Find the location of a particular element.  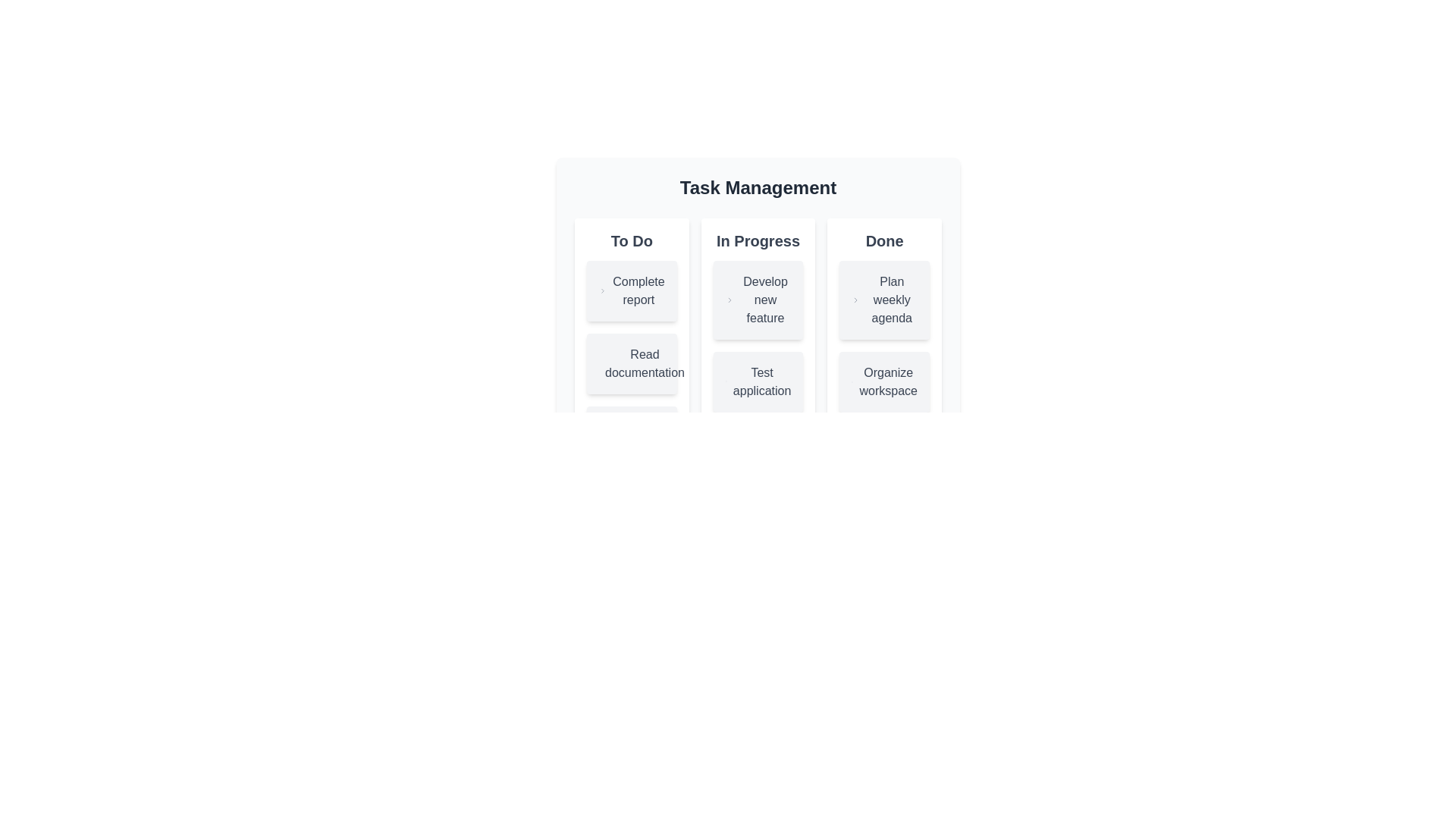

the text label displaying 'Read documentation' in the second task card of the 'To Do' section is located at coordinates (645, 363).